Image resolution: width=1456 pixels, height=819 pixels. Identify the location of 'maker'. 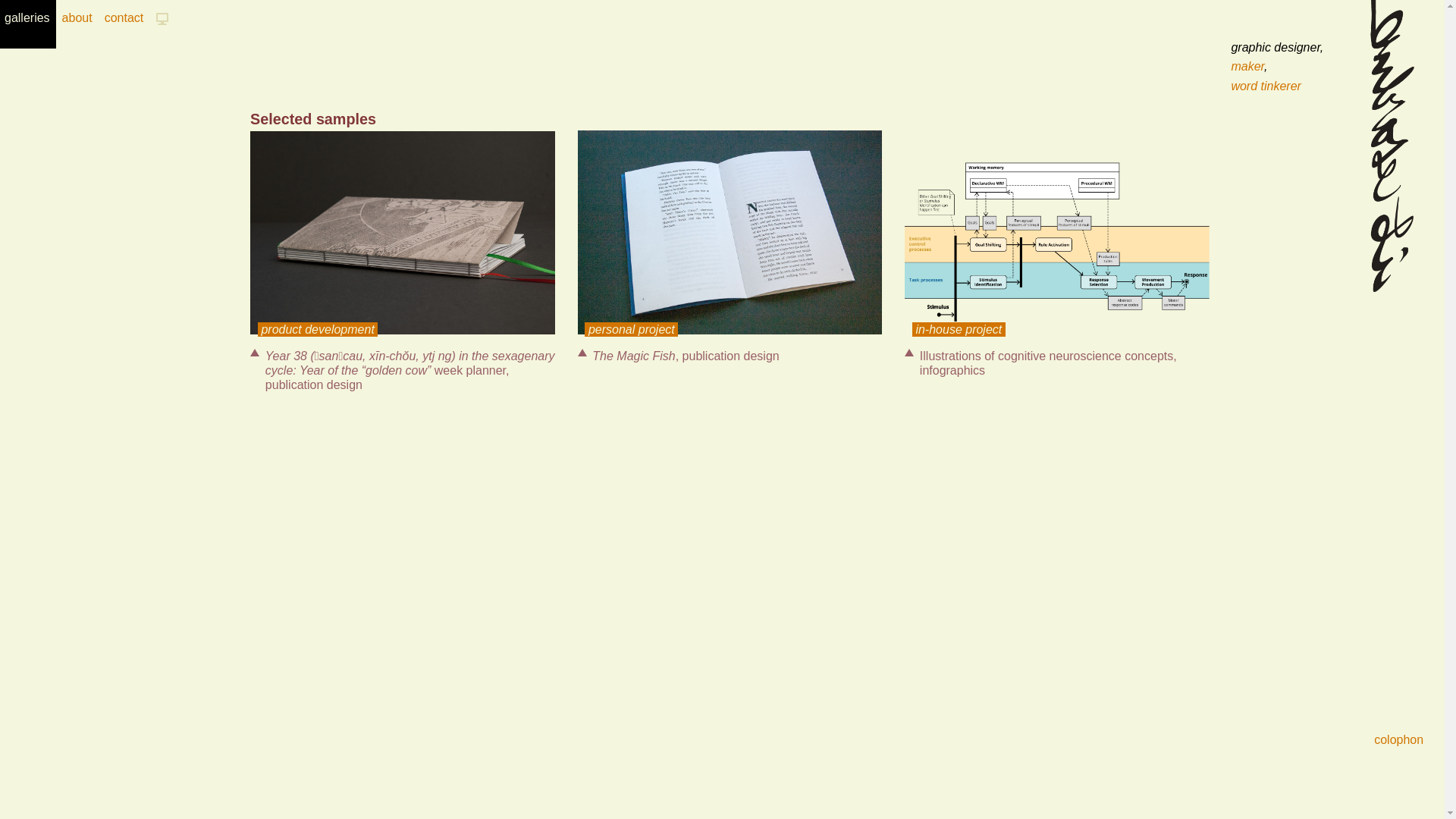
(1247, 65).